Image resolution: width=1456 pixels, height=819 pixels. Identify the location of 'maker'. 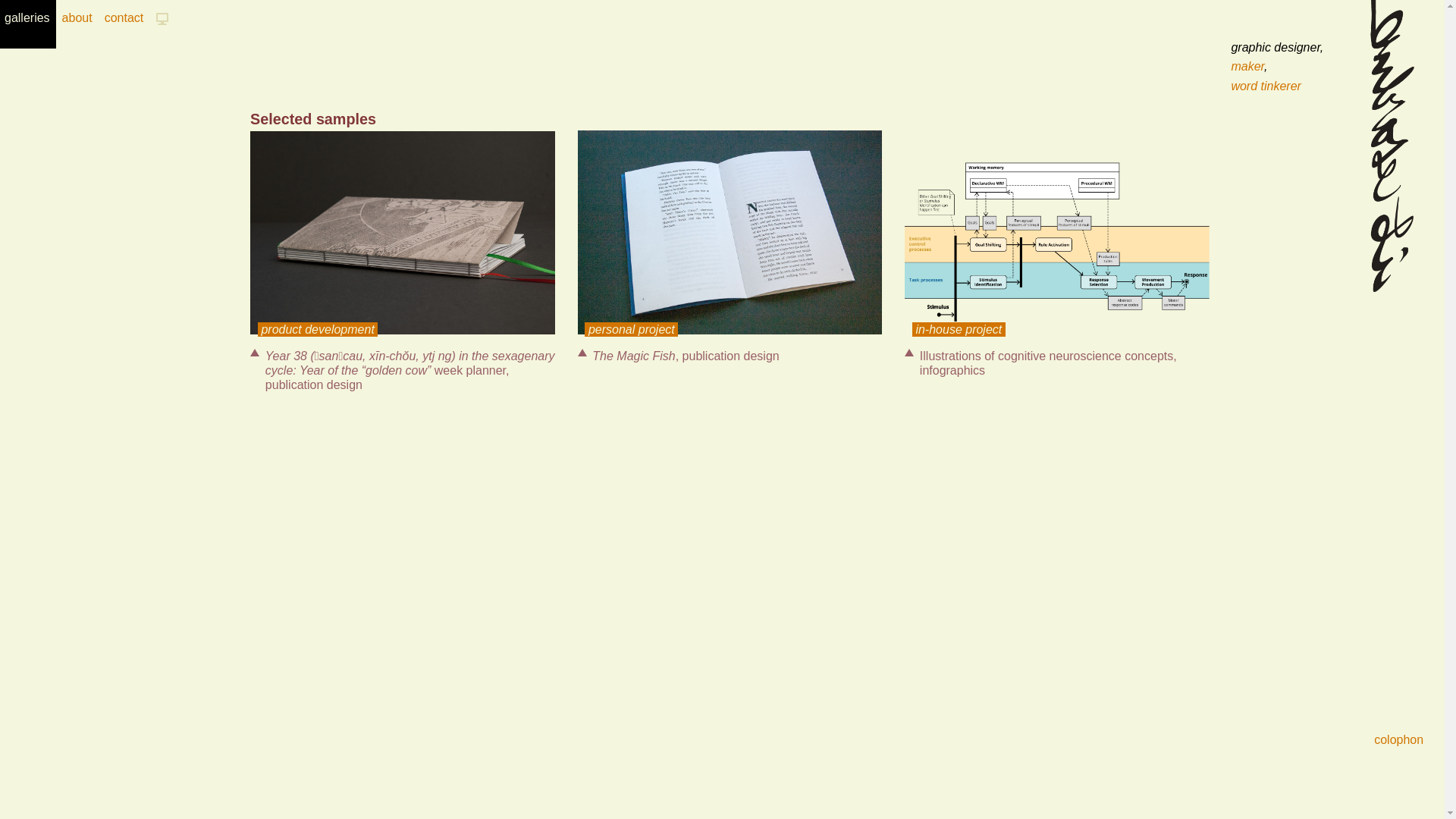
(1247, 65).